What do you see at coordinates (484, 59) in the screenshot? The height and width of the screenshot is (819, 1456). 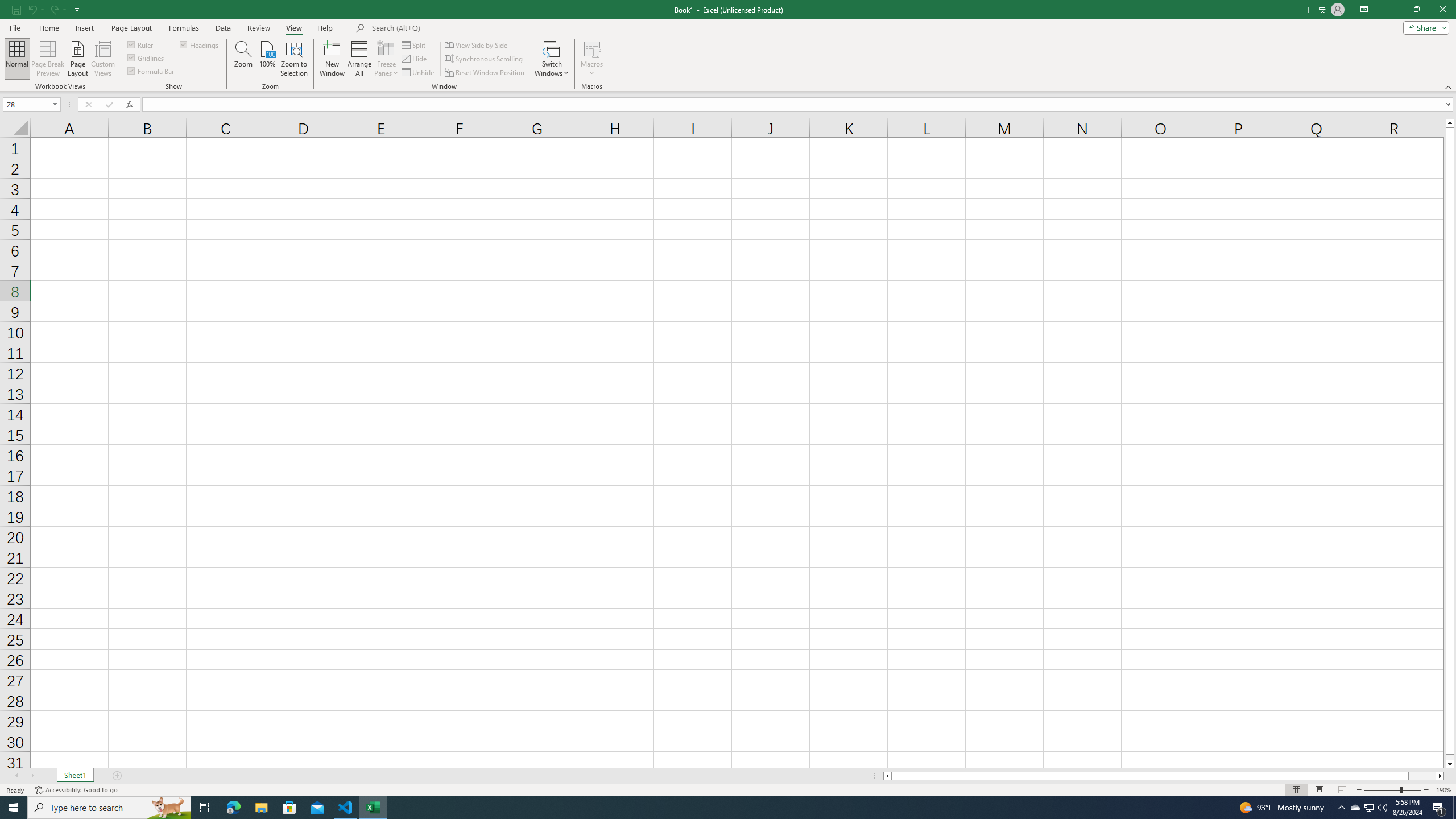 I see `'Synchronous Scrolling'` at bounding box center [484, 59].